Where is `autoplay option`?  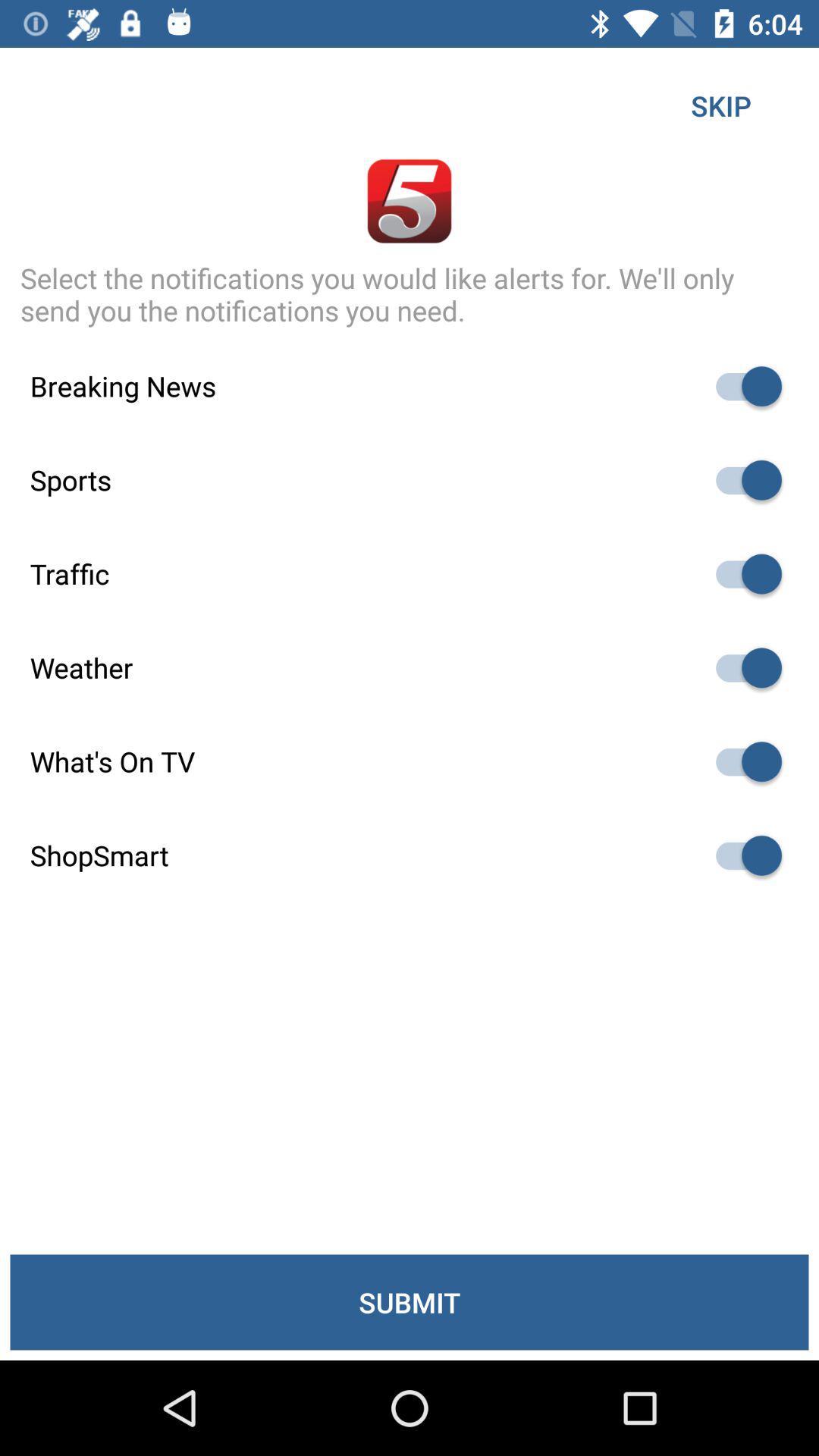
autoplay option is located at coordinates (741, 667).